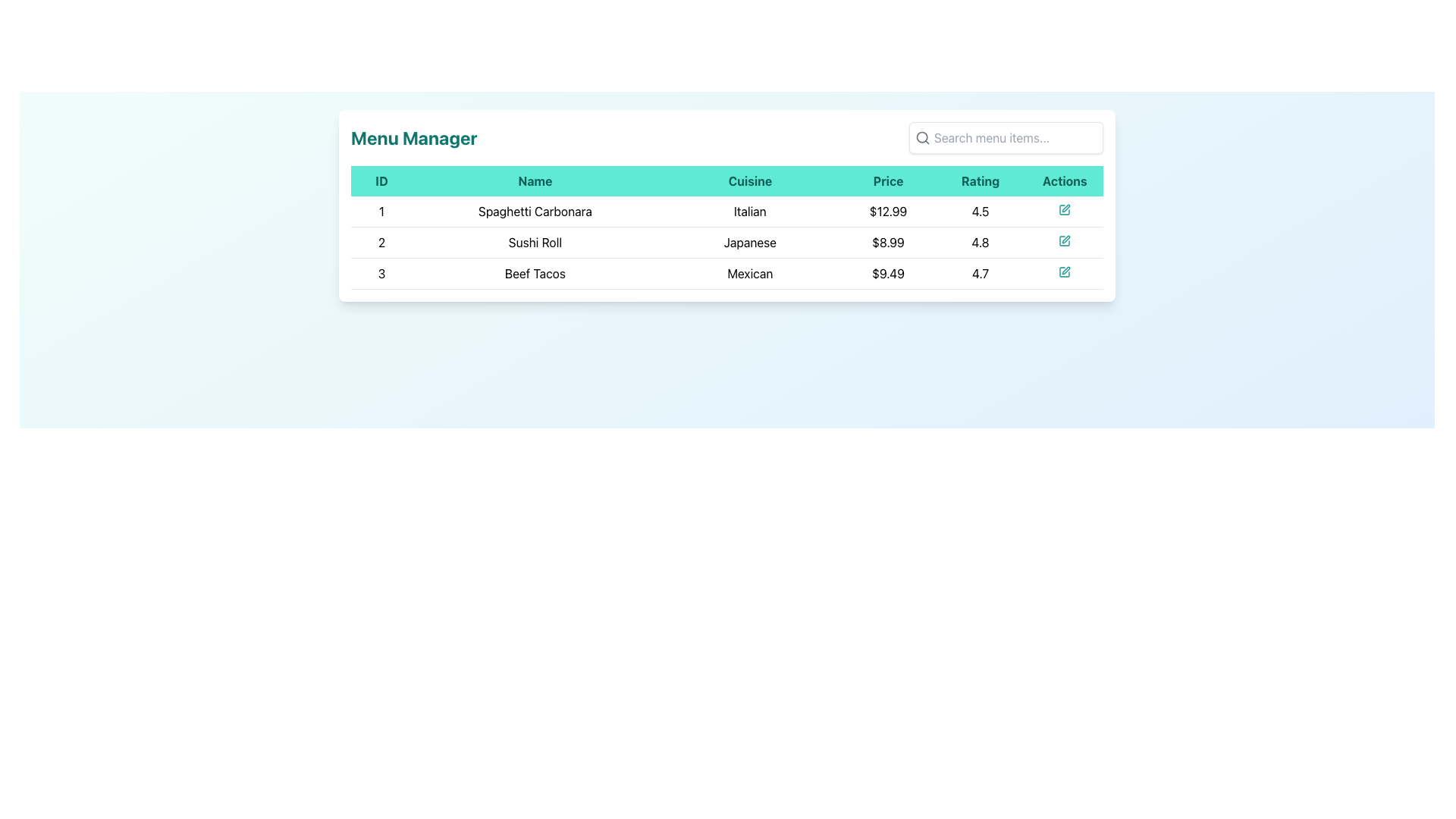  What do you see at coordinates (750, 212) in the screenshot?
I see `displayed text in the 'Cuisine' column for the menu item 'Spaghetti Carbonara', which shows 'Italian'` at bounding box center [750, 212].